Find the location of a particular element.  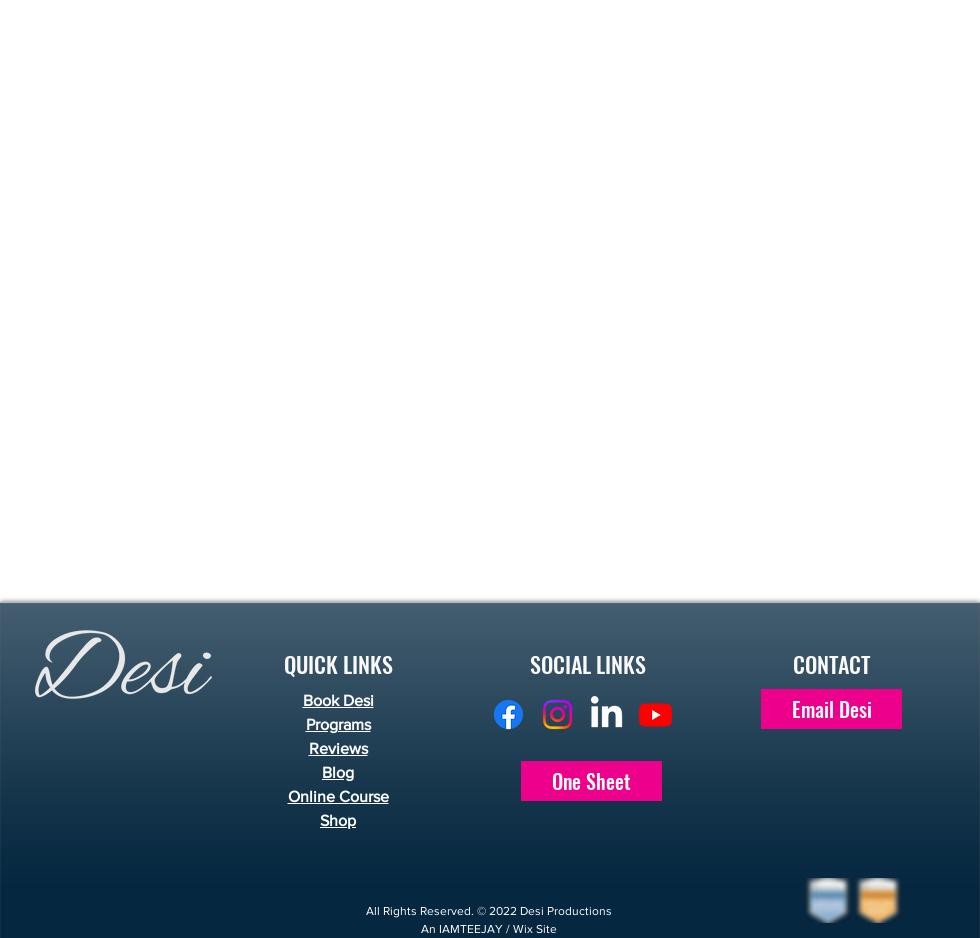

'ms' is located at coordinates (359, 723).